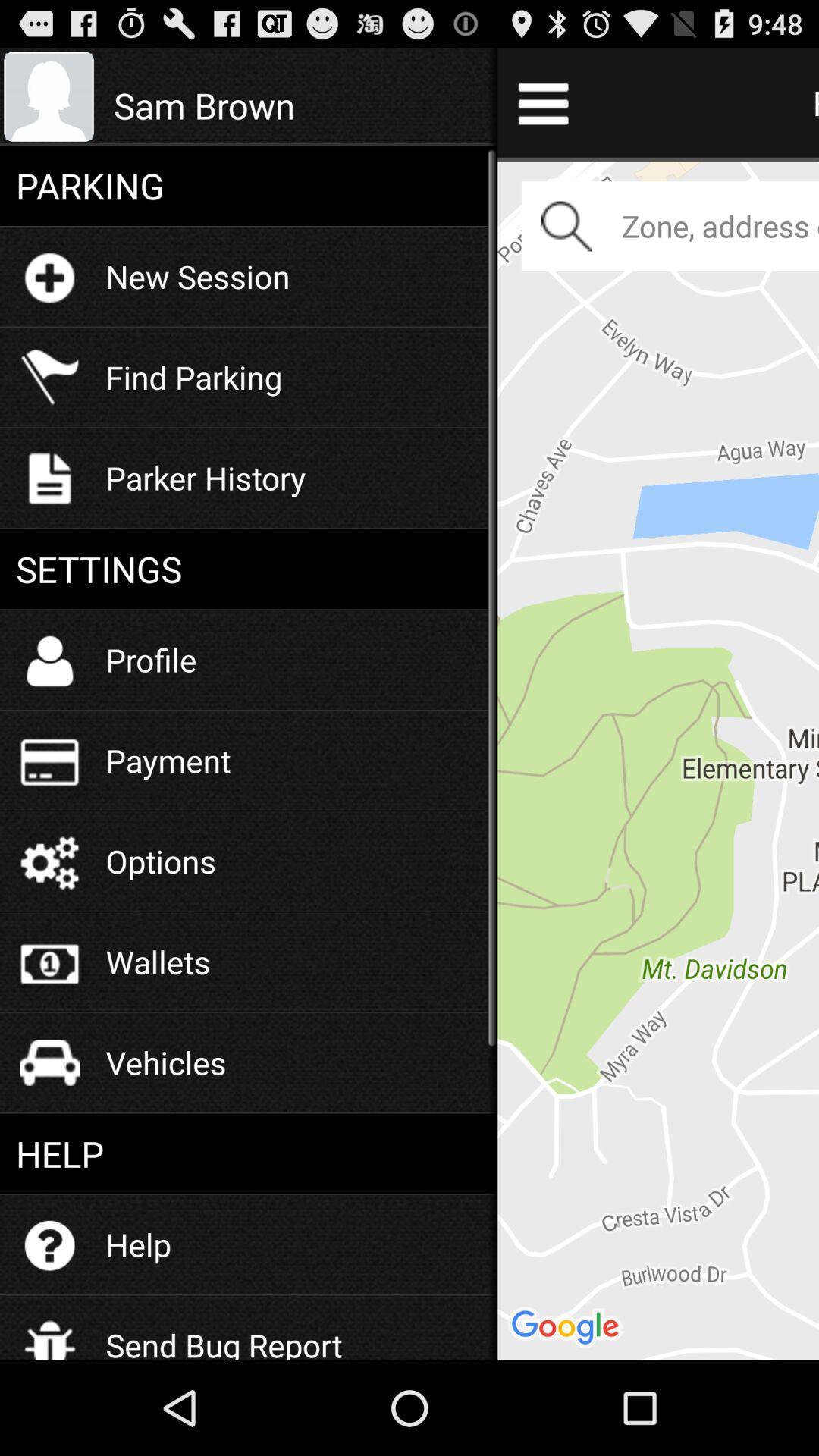  Describe the element at coordinates (297, 105) in the screenshot. I see `item above the parking item` at that location.